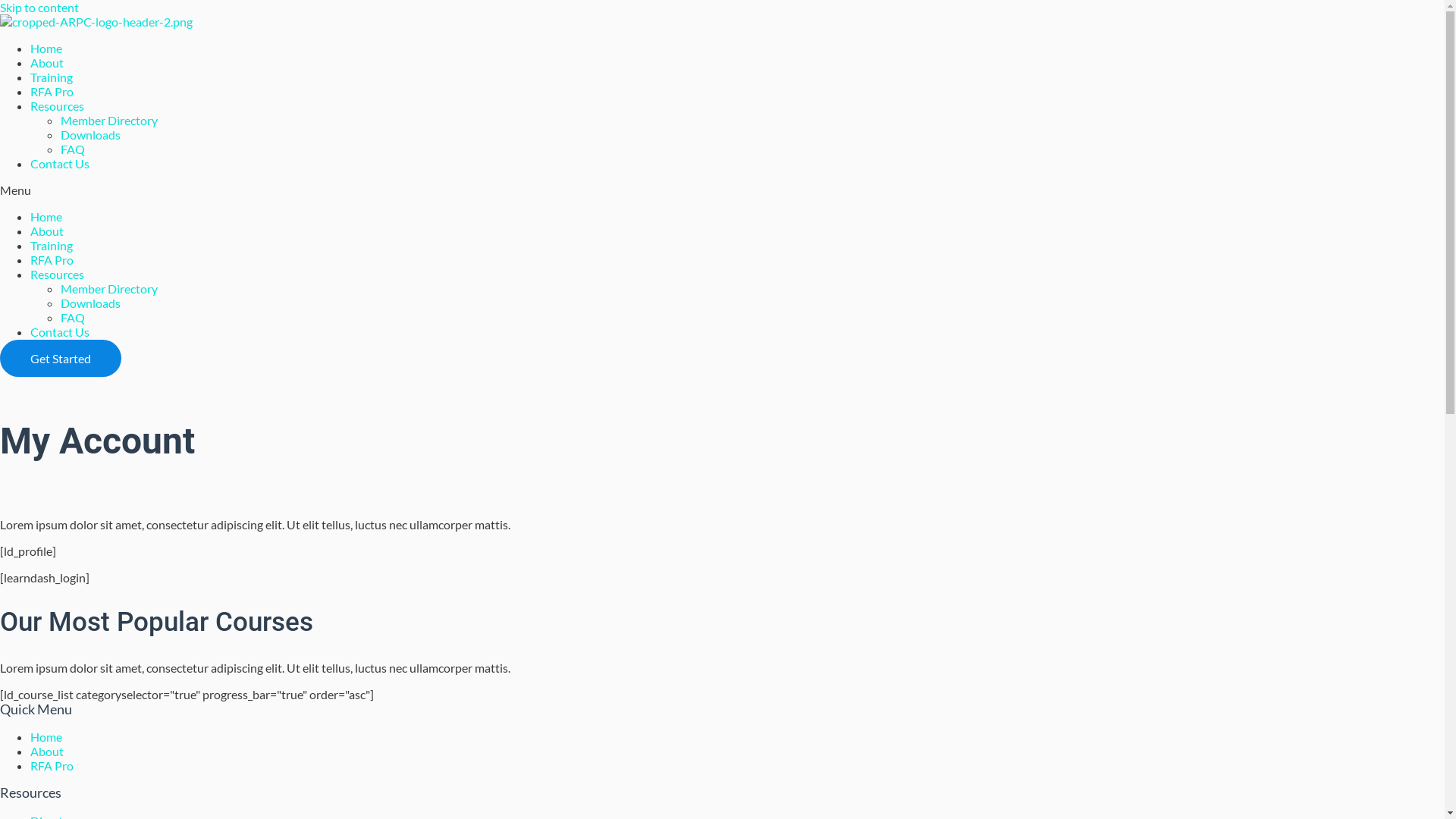 Image resolution: width=1456 pixels, height=819 pixels. What do you see at coordinates (30, 163) in the screenshot?
I see `'Contact Us'` at bounding box center [30, 163].